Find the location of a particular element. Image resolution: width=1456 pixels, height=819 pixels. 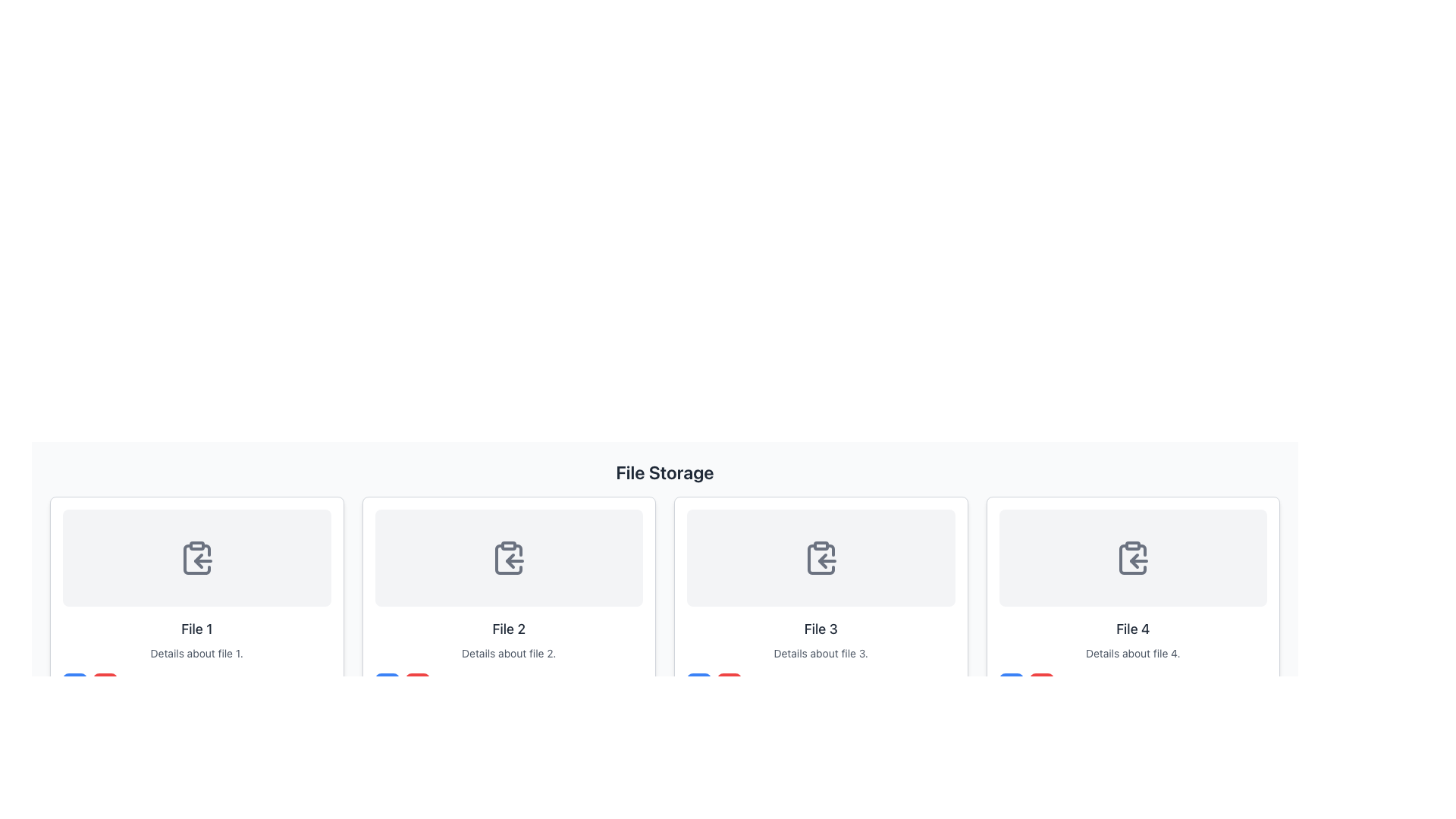

the visual representation of the downward-pointing arrow graphic icon located below the clipboard in the 'File 2' grid item is located at coordinates (510, 792).